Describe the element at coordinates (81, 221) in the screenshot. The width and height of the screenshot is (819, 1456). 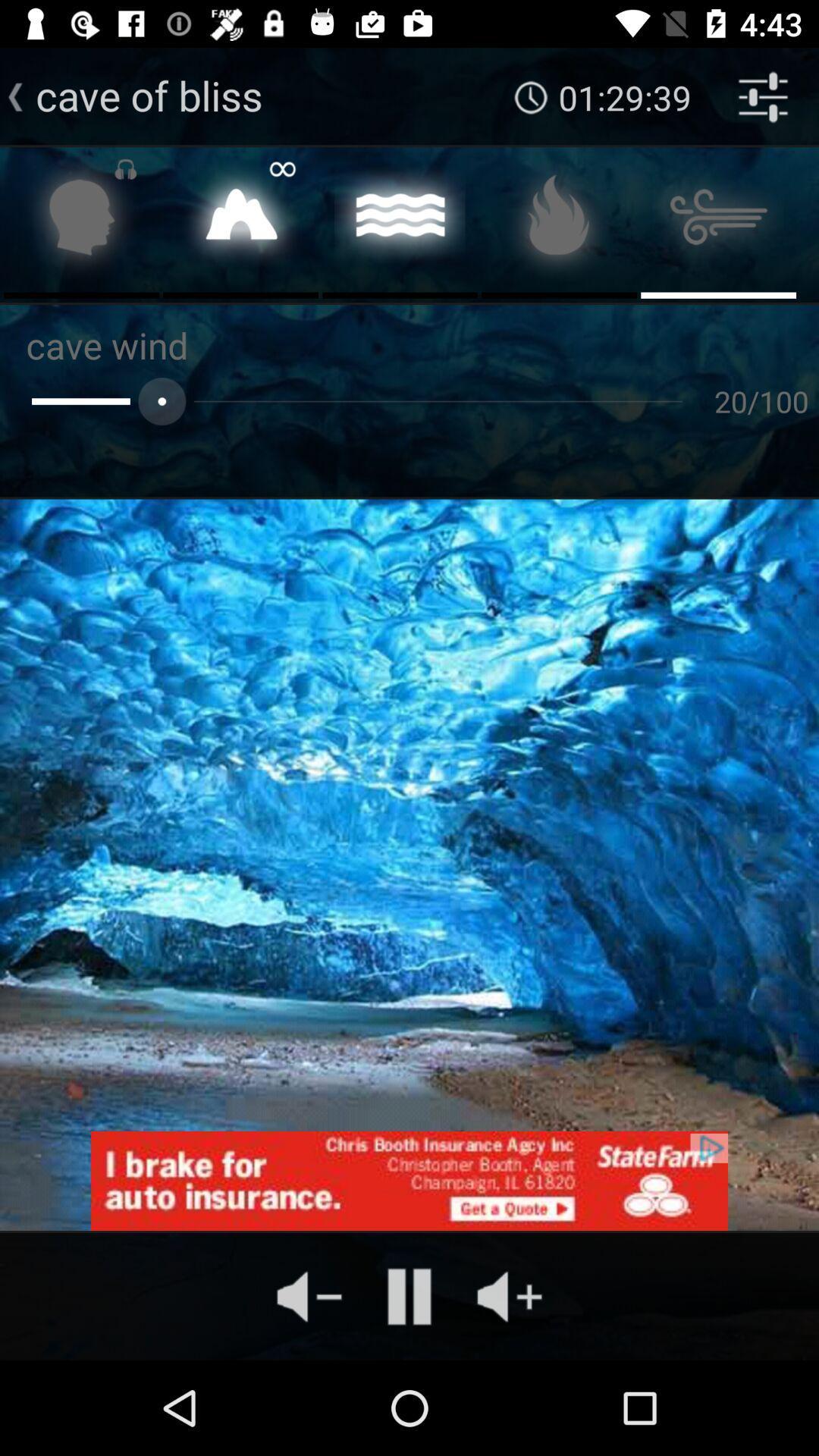
I see `music listening to headphones` at that location.